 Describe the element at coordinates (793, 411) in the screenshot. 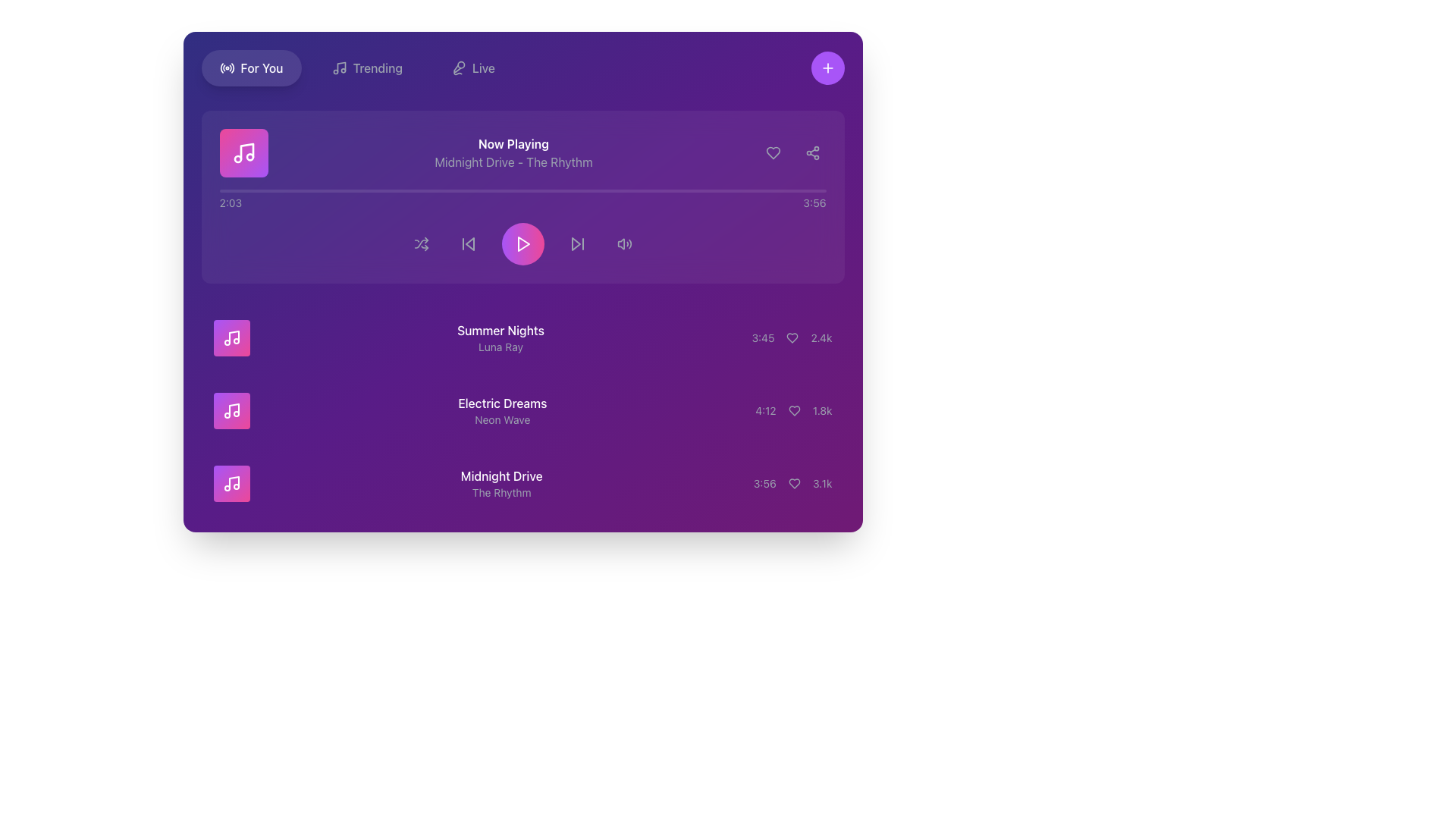

I see `the heart icon on the right side of the second item in the music list to like or unlike the item` at that location.